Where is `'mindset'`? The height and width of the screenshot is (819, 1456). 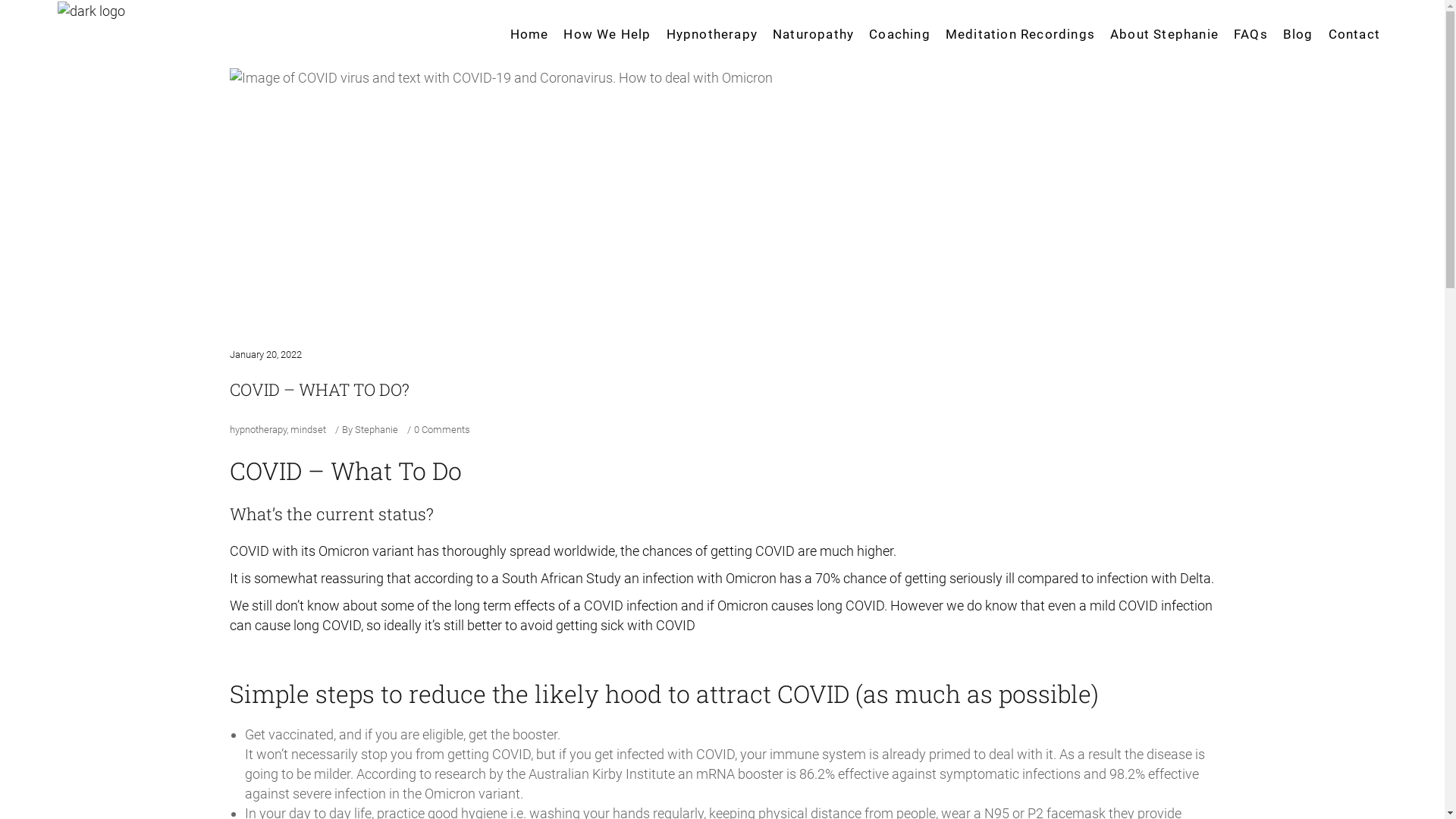 'mindset' is located at coordinates (306, 429).